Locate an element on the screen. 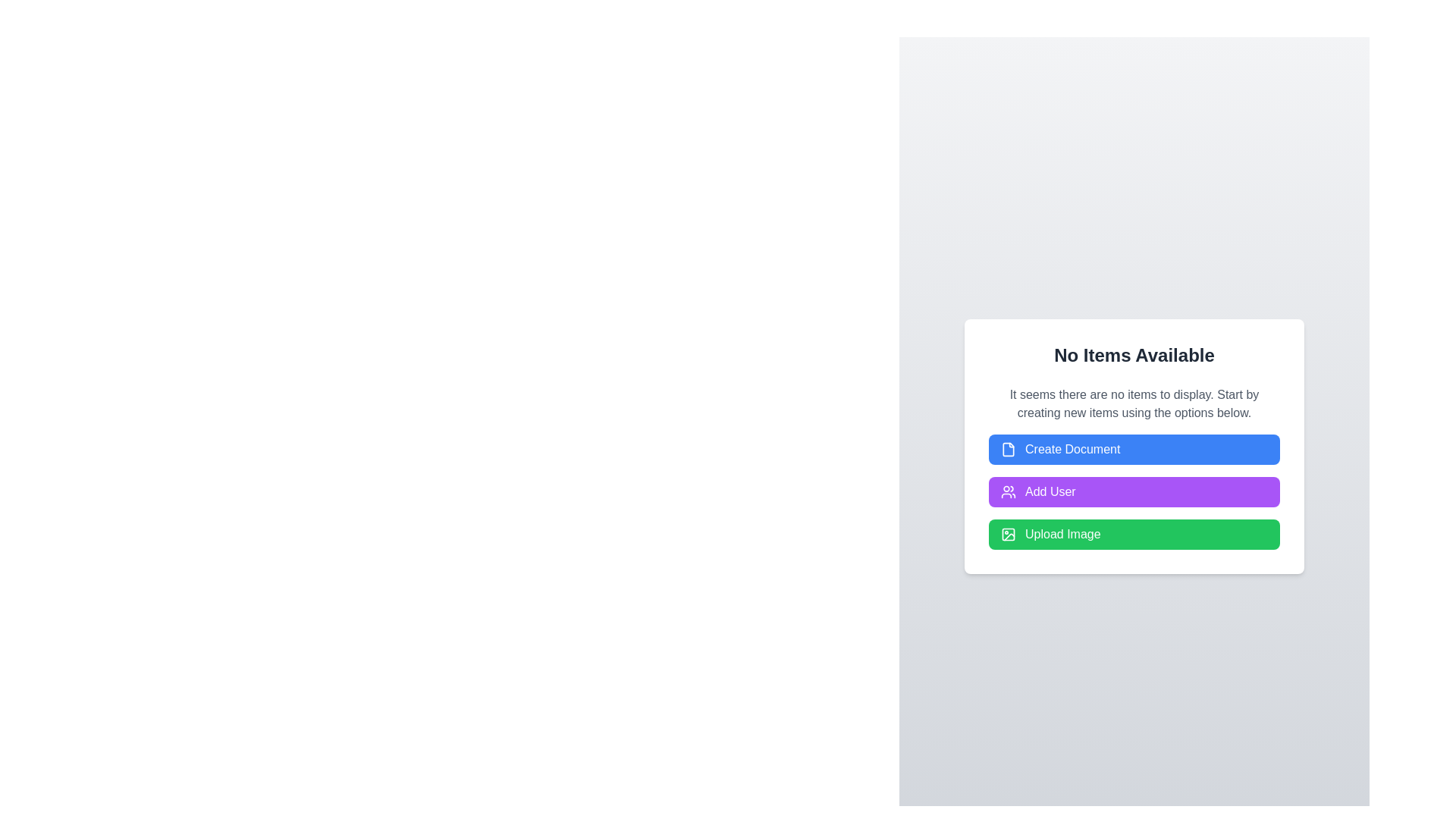  the styling of the decorative shape within the 'Upload Image' button, which is a rectangular icon with rounded corners located in the bottom section of the user interface card is located at coordinates (1008, 534).